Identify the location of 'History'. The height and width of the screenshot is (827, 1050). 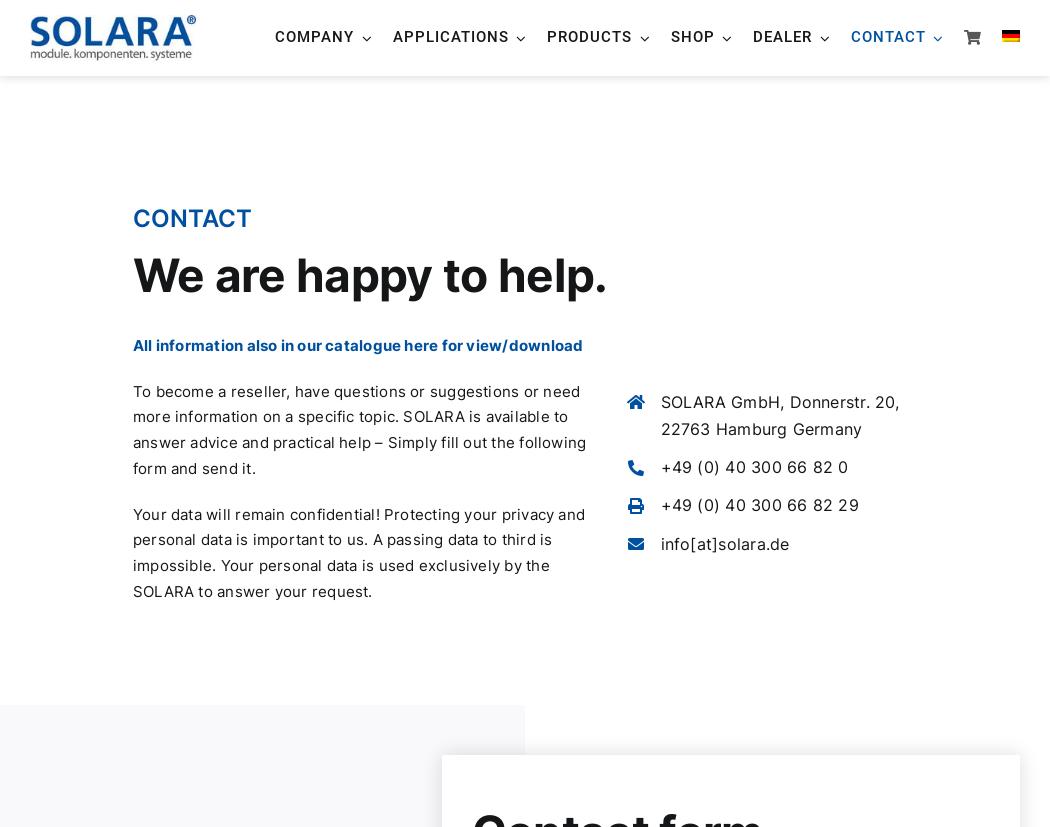
(328, 267).